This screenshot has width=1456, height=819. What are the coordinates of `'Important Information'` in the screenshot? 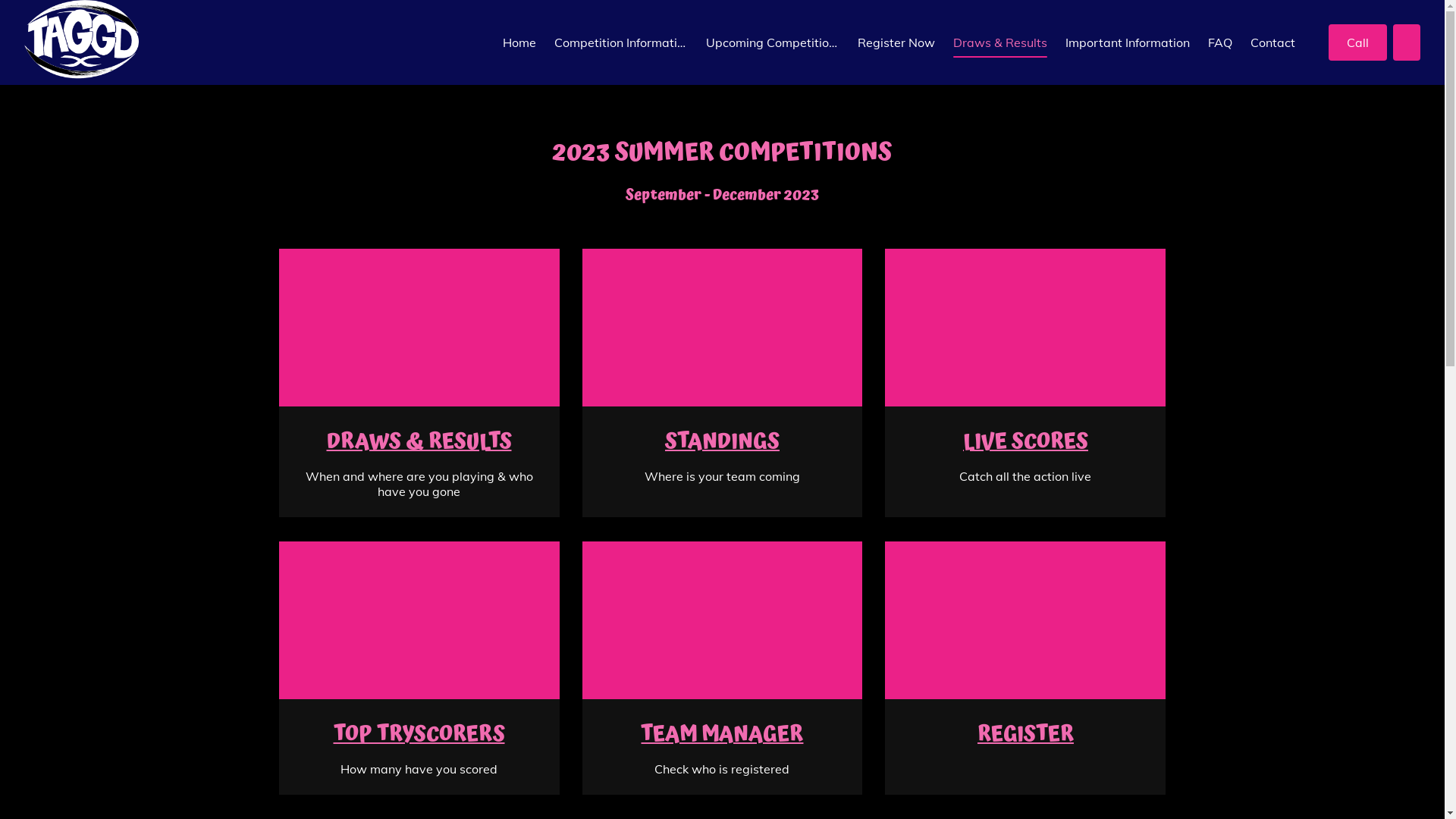 It's located at (1055, 42).